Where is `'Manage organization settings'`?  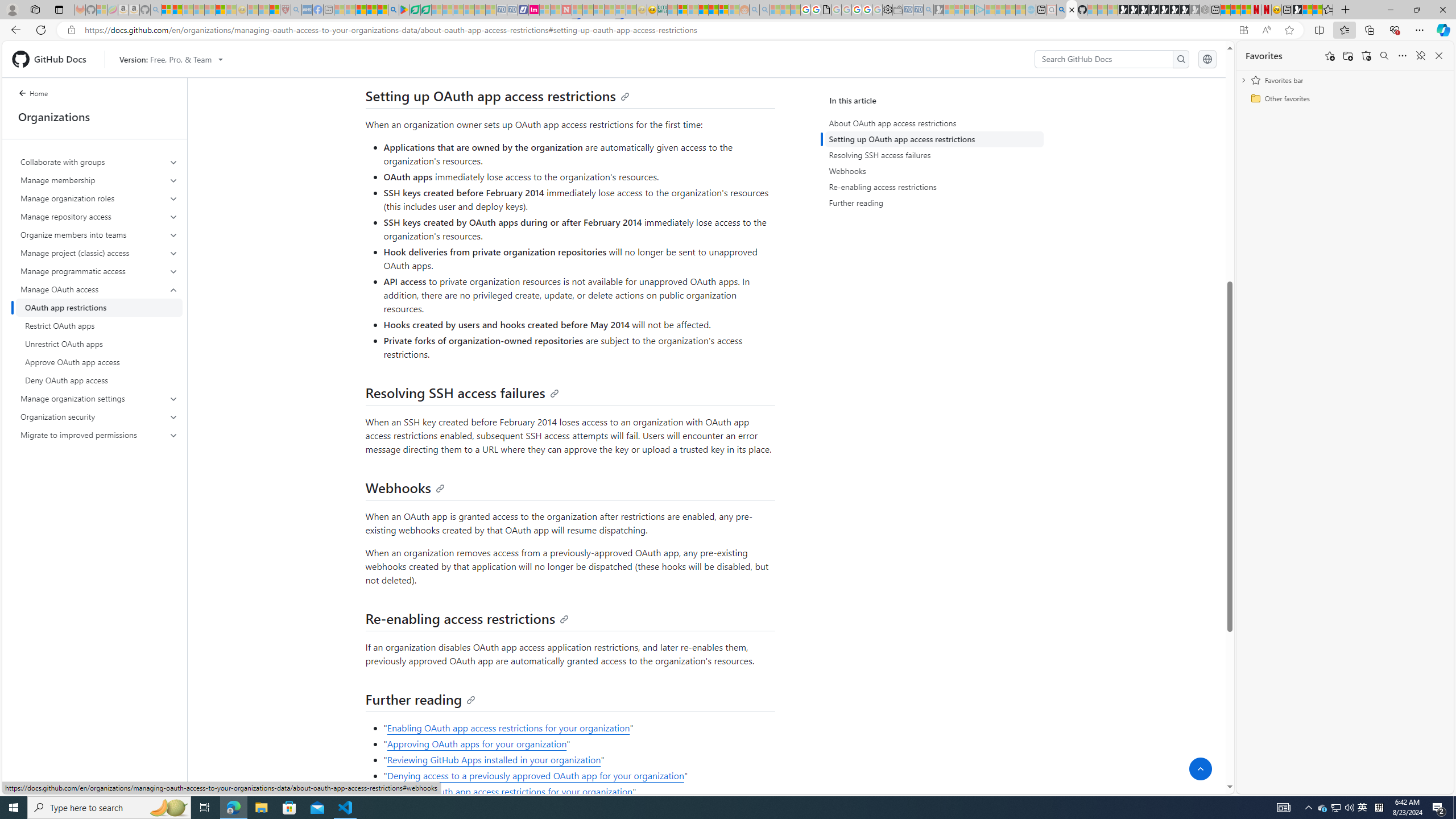
'Manage organization settings' is located at coordinates (100, 398).